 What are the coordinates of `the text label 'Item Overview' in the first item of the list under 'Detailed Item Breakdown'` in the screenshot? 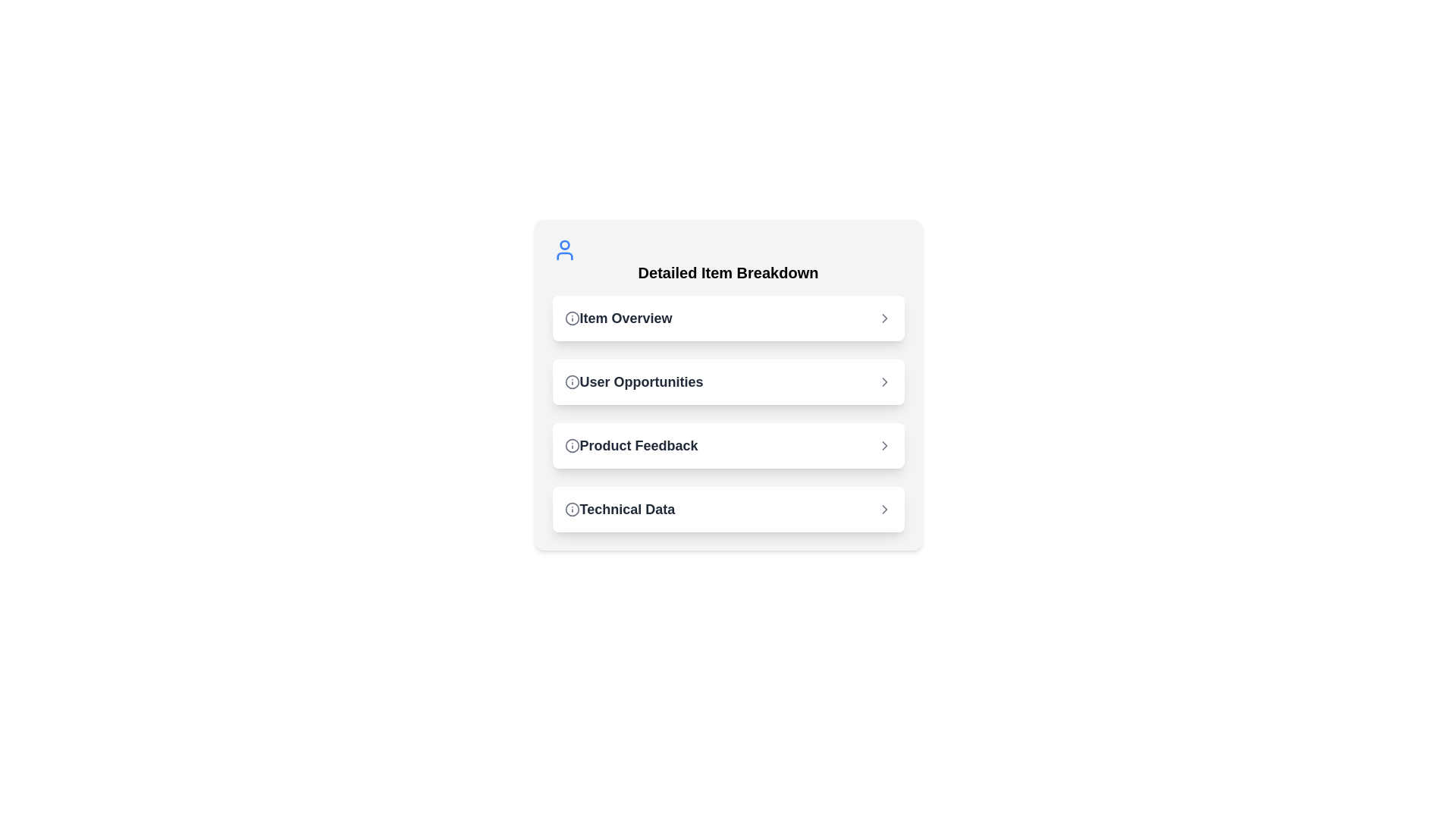 It's located at (618, 318).